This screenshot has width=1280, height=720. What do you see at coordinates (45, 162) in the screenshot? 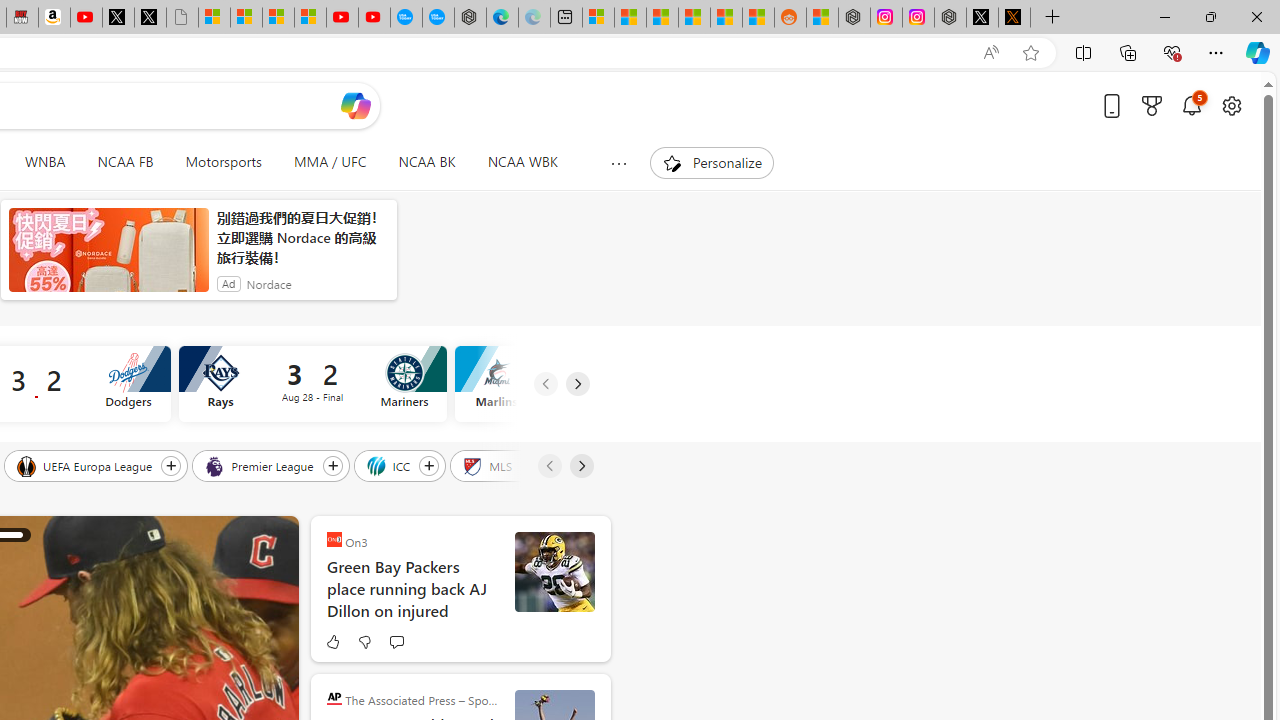
I see `'WNBA'` at bounding box center [45, 162].